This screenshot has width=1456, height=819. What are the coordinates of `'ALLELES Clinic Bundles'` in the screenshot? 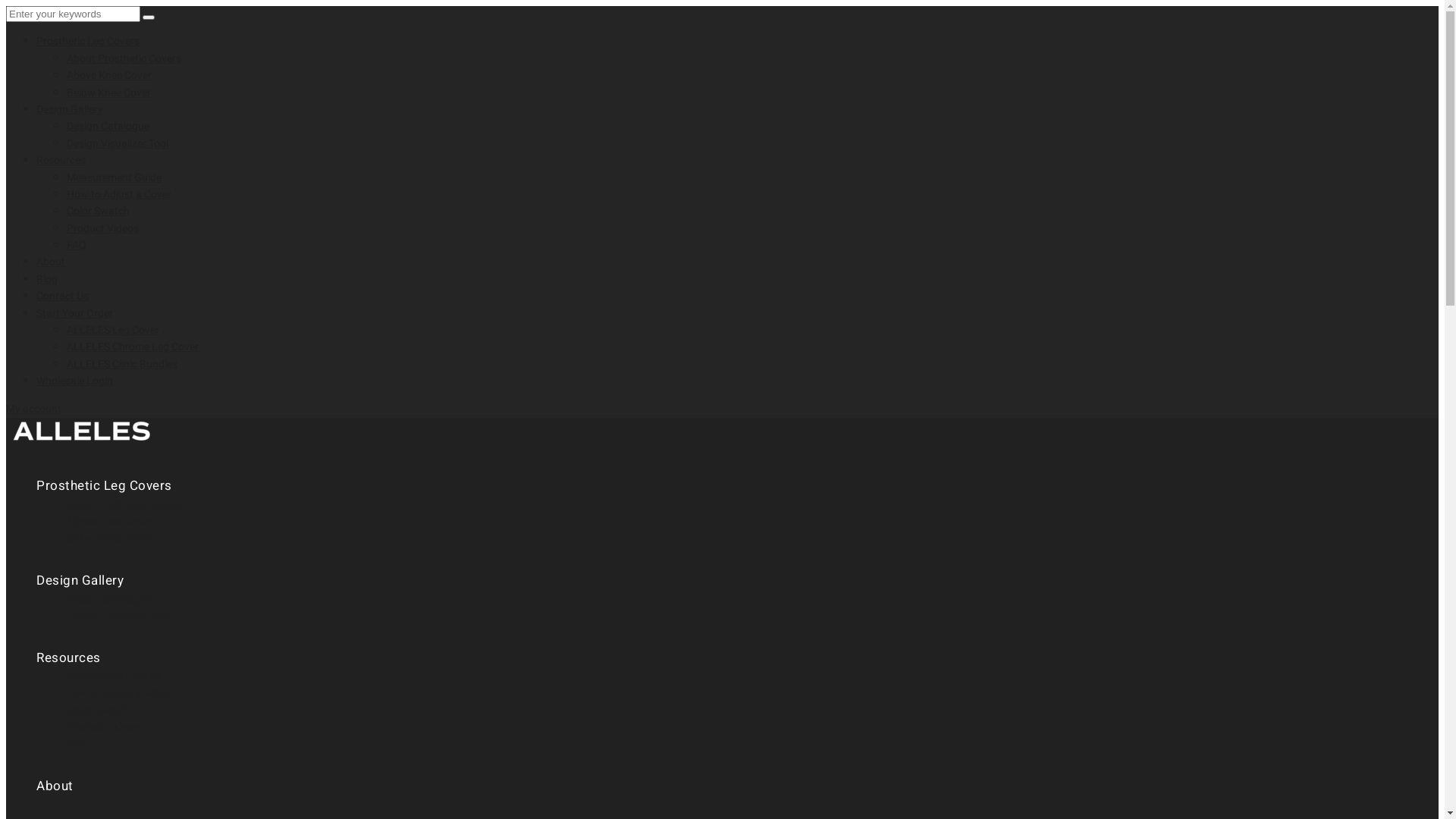 It's located at (122, 364).